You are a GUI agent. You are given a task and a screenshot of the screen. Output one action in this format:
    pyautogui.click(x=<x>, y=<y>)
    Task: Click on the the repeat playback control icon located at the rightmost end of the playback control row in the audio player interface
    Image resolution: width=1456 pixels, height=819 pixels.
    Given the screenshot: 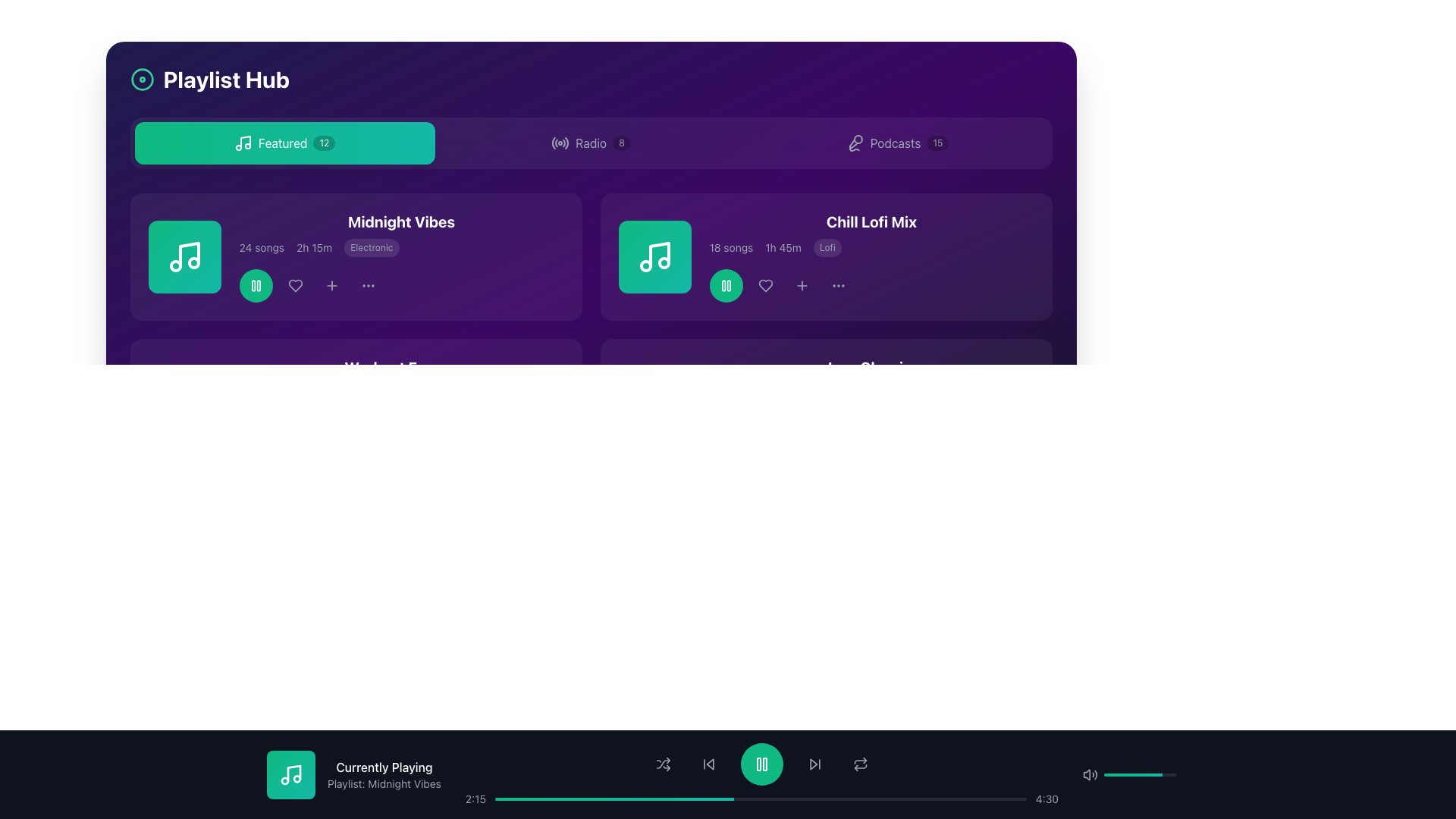 What is the action you would take?
    pyautogui.click(x=859, y=766)
    